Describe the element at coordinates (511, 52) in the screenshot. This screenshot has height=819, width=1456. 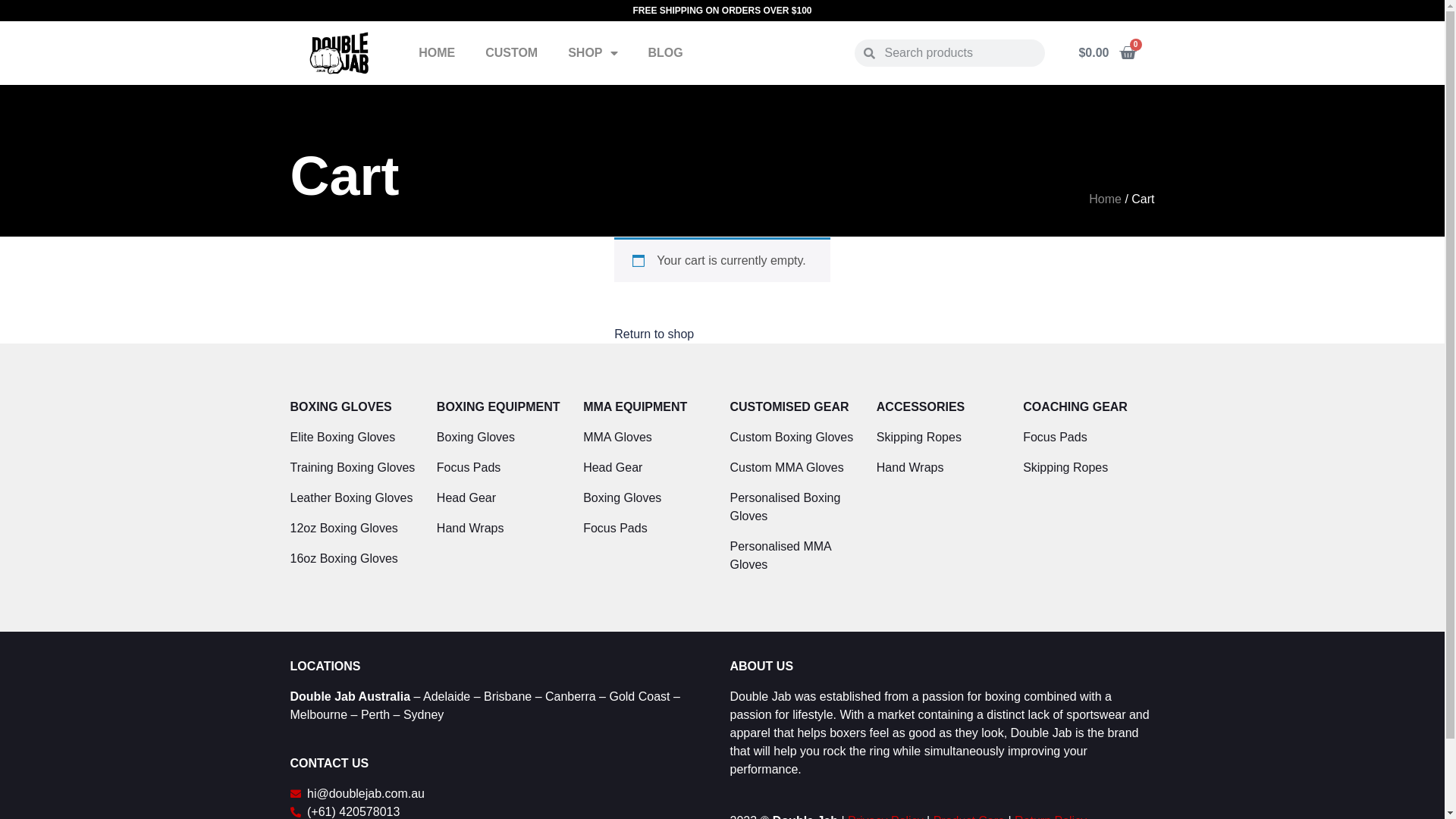
I see `'CUSTOM'` at that location.